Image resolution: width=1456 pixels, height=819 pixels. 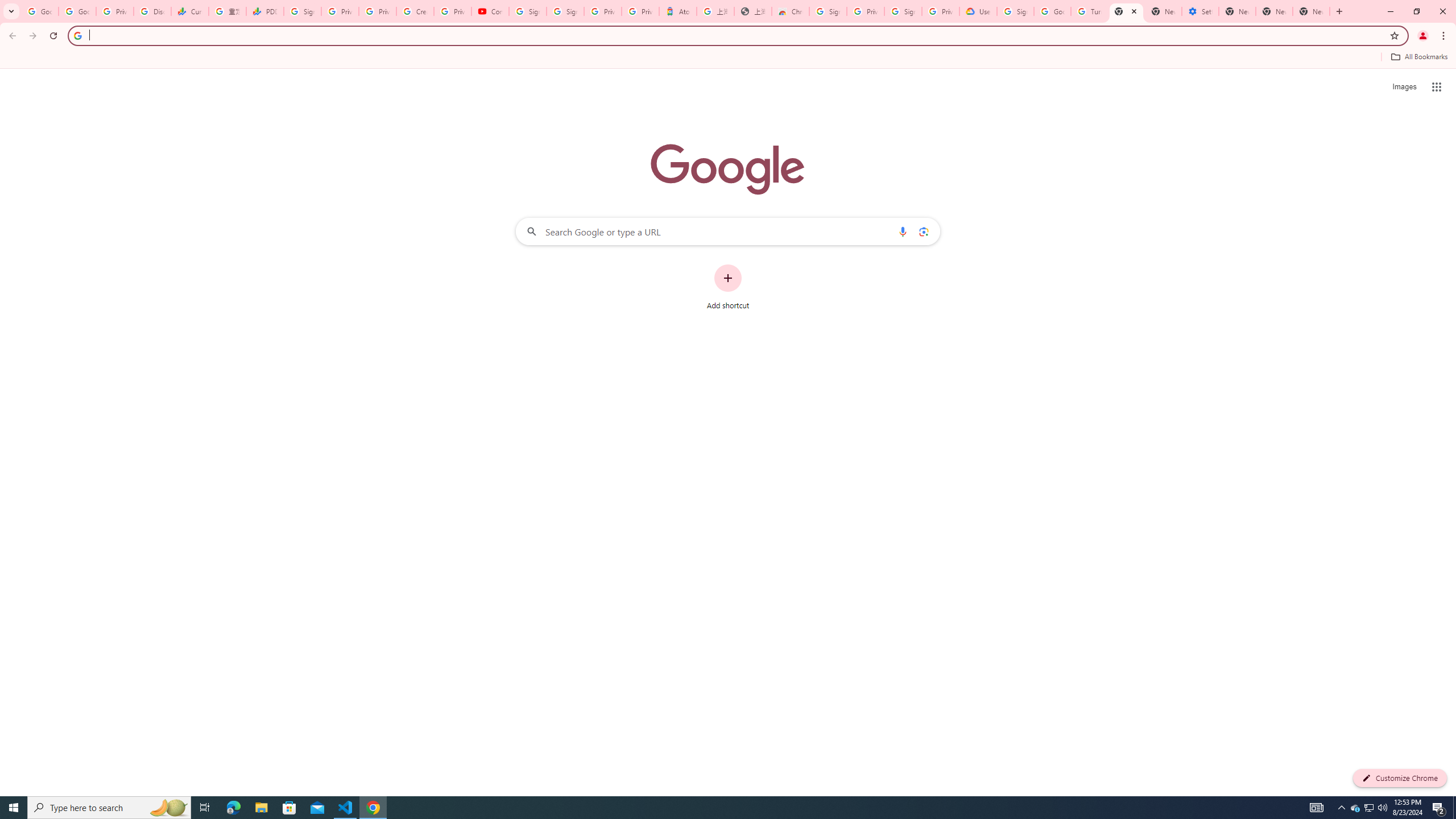 What do you see at coordinates (728, 230) in the screenshot?
I see `'Search Google or type a URL'` at bounding box center [728, 230].